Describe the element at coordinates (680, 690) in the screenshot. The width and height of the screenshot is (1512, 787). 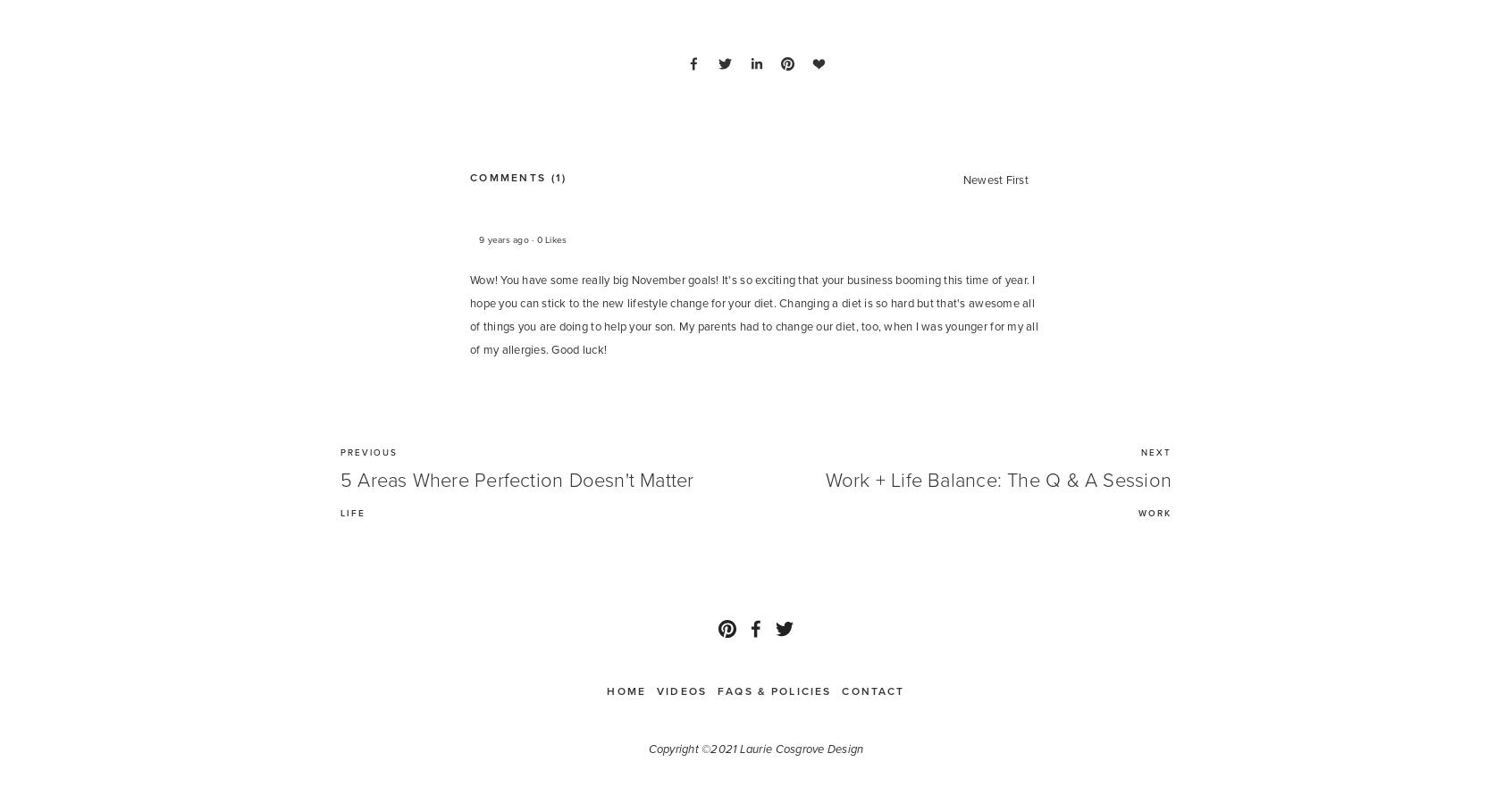
I see `'Videos'` at that location.